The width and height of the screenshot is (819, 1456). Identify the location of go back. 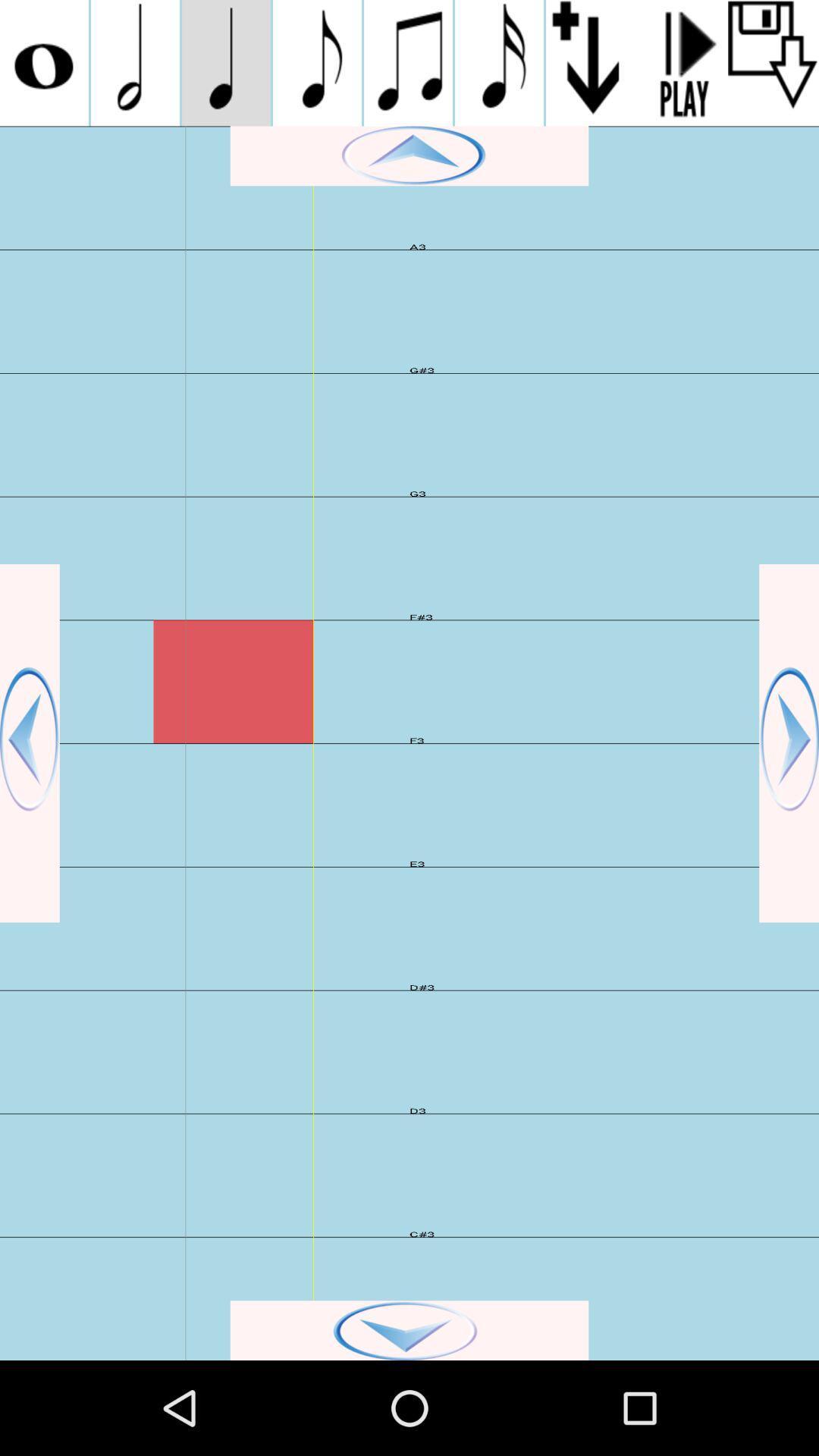
(30, 743).